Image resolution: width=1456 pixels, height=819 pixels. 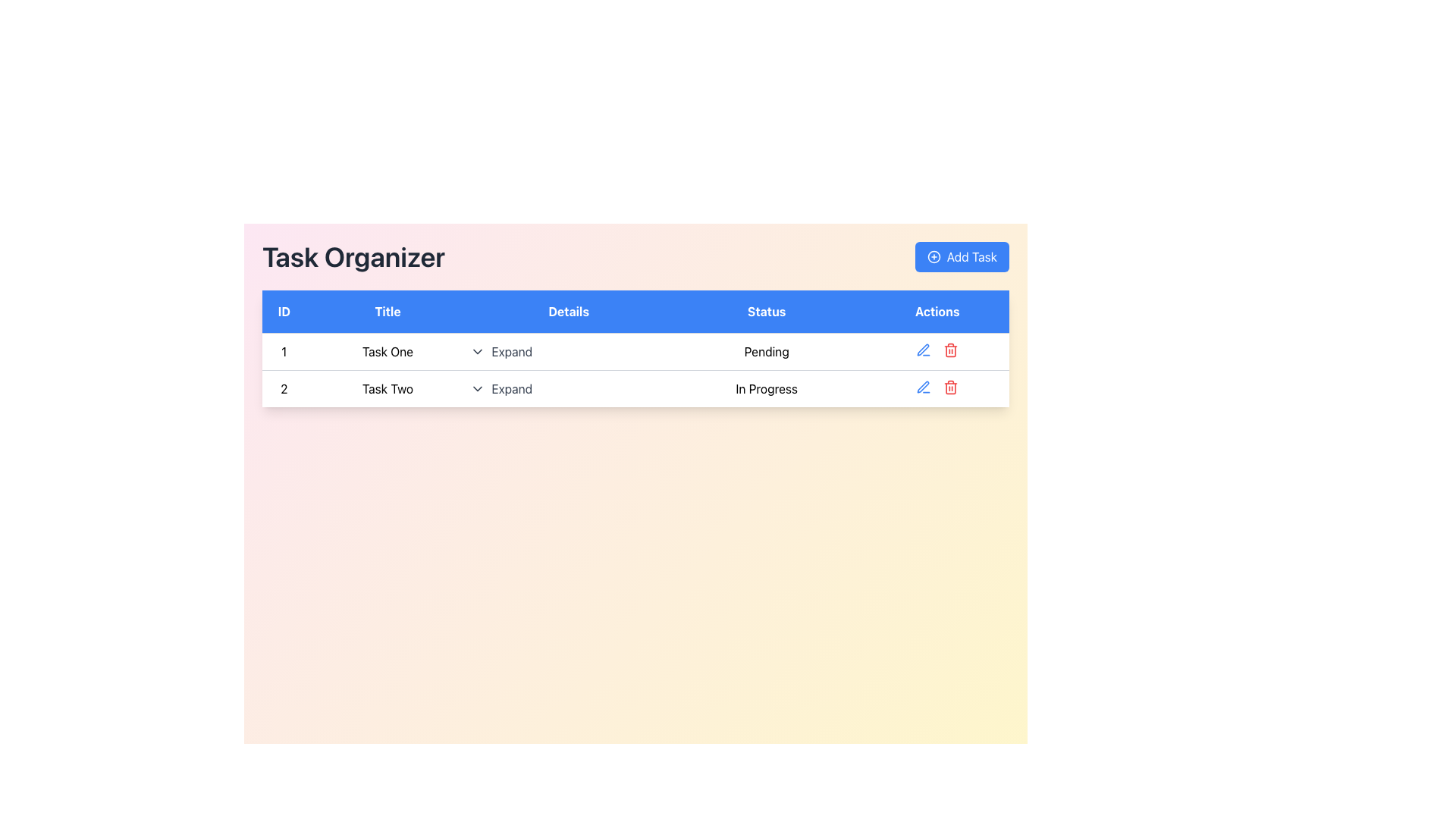 I want to click on bold numeral '2' located in the first column of the second row in the task table for reference, so click(x=284, y=388).